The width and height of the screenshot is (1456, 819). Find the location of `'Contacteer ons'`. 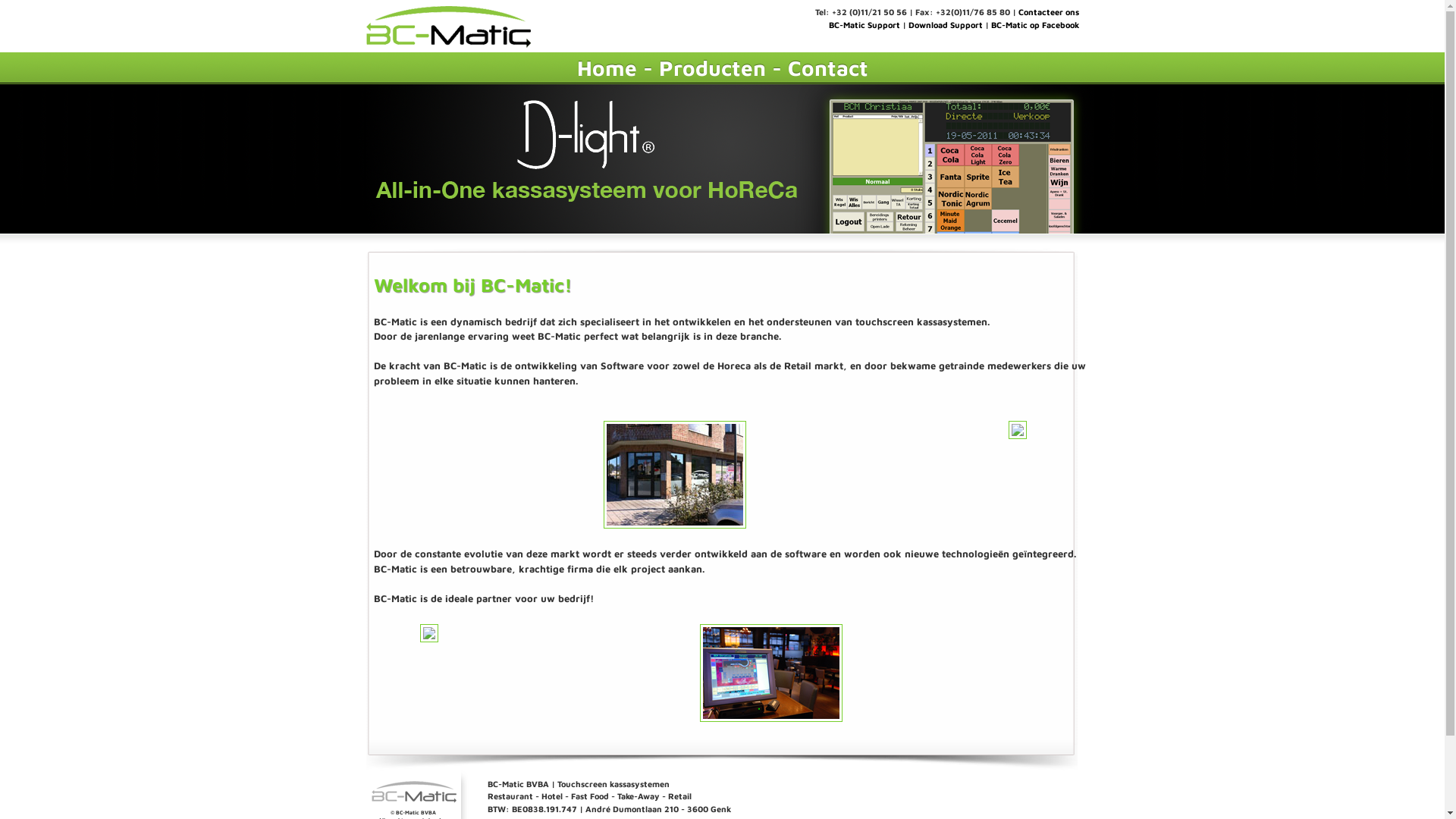

'Contacteer ons' is located at coordinates (1018, 11).